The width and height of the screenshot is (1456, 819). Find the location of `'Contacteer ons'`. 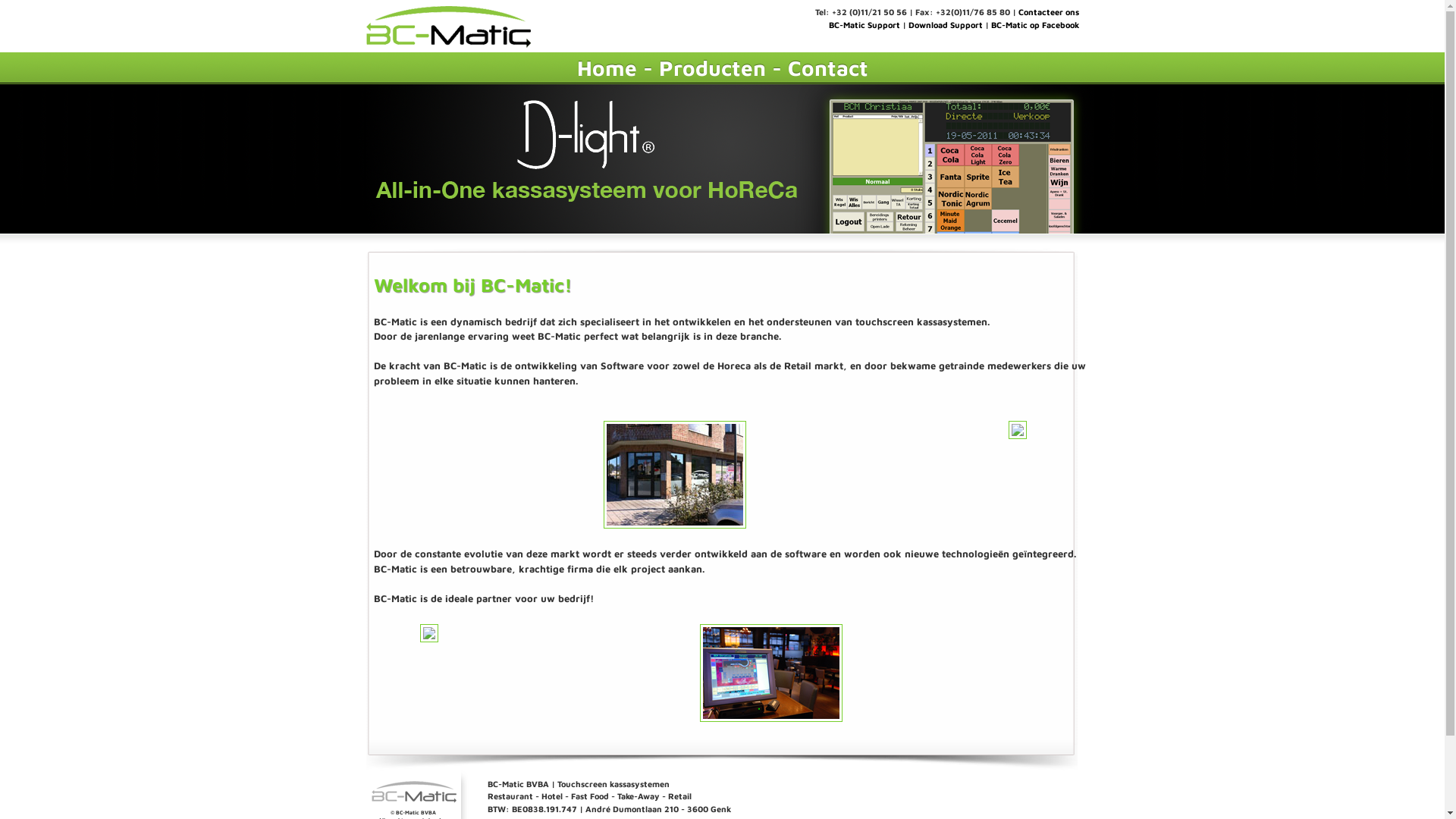

'Contacteer ons' is located at coordinates (1018, 11).